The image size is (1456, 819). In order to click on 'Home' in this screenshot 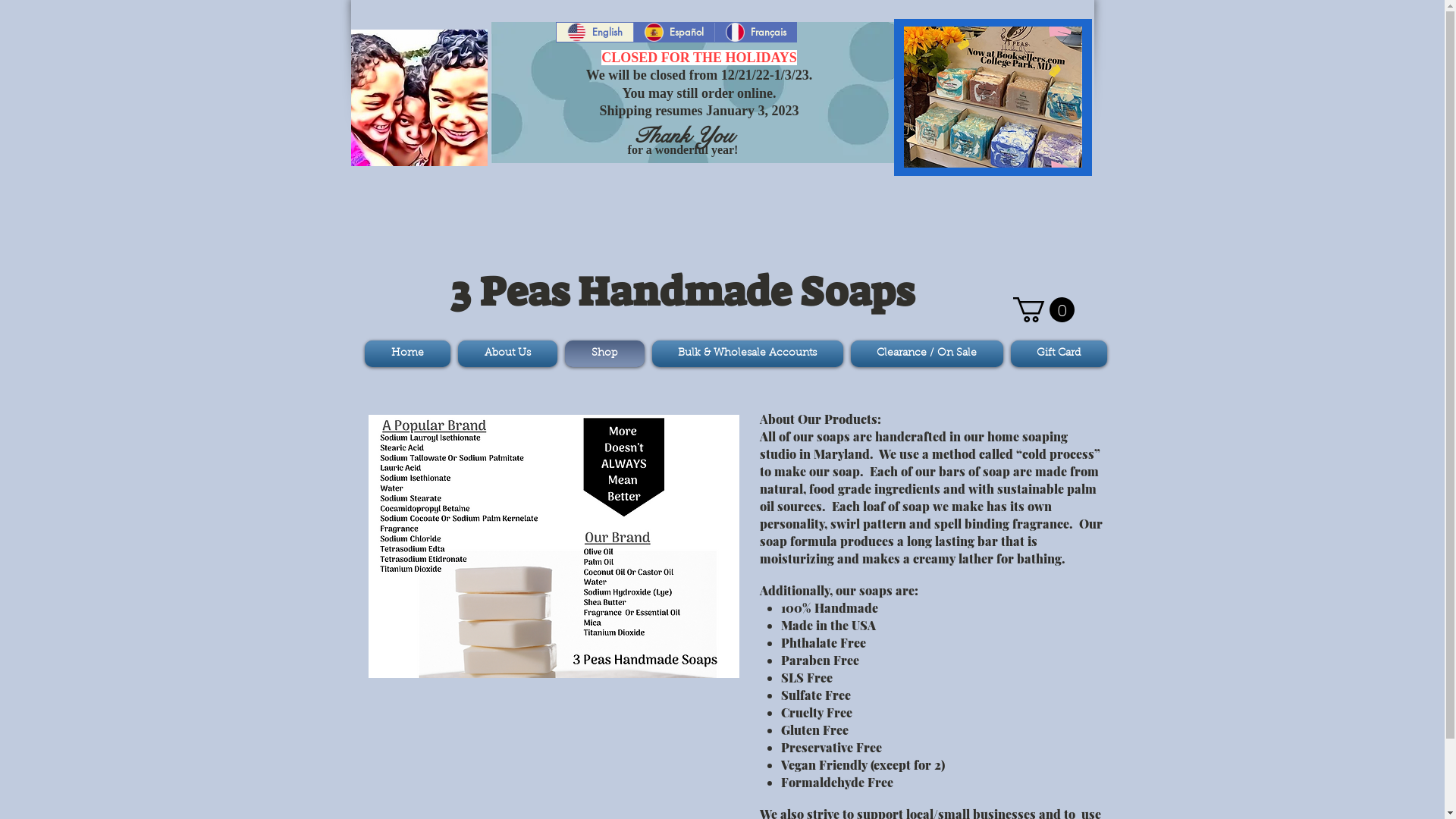, I will do `click(408, 353)`.